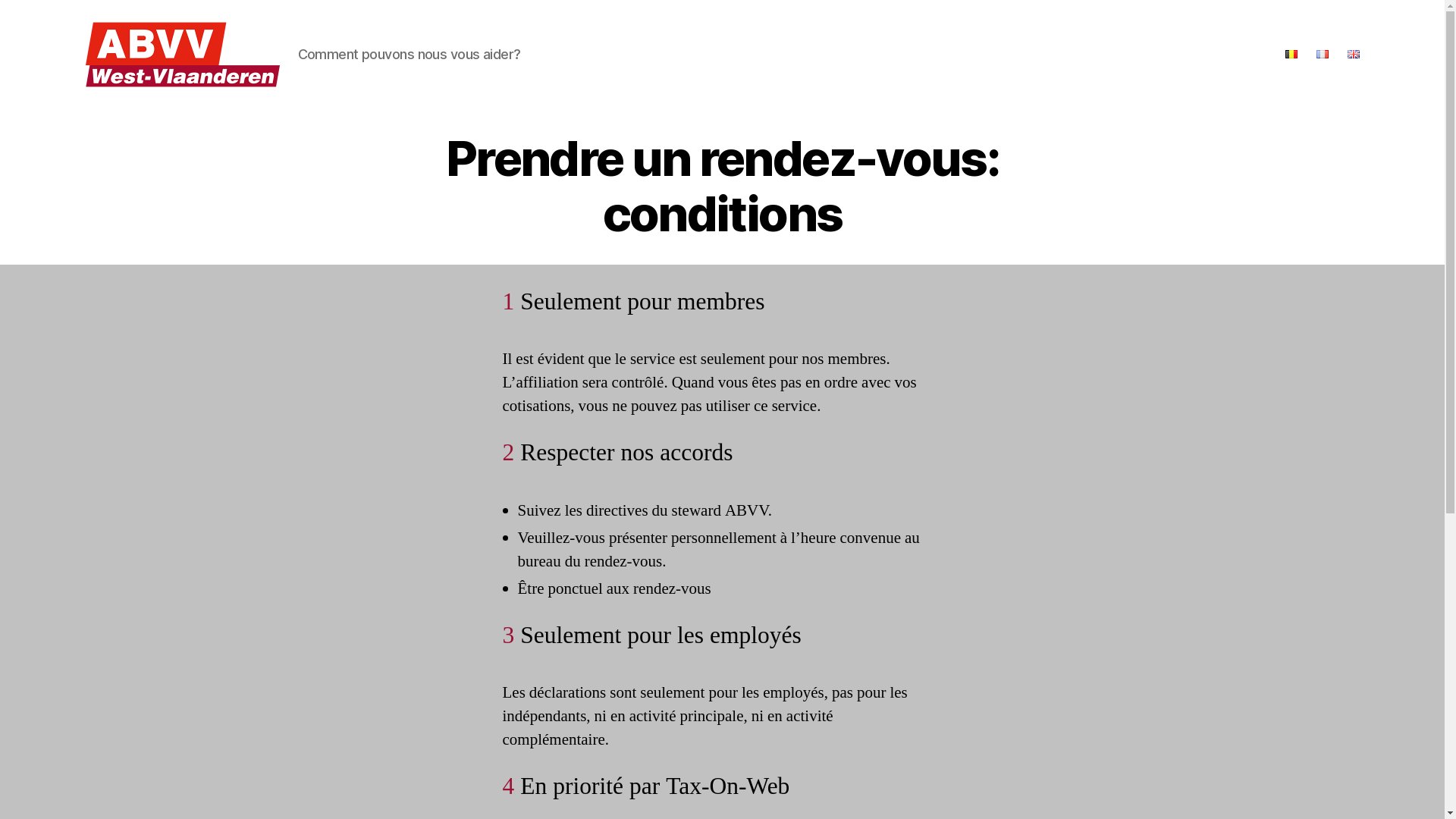 This screenshot has height=819, width=1456. I want to click on 'Nederlands', so click(1290, 53).